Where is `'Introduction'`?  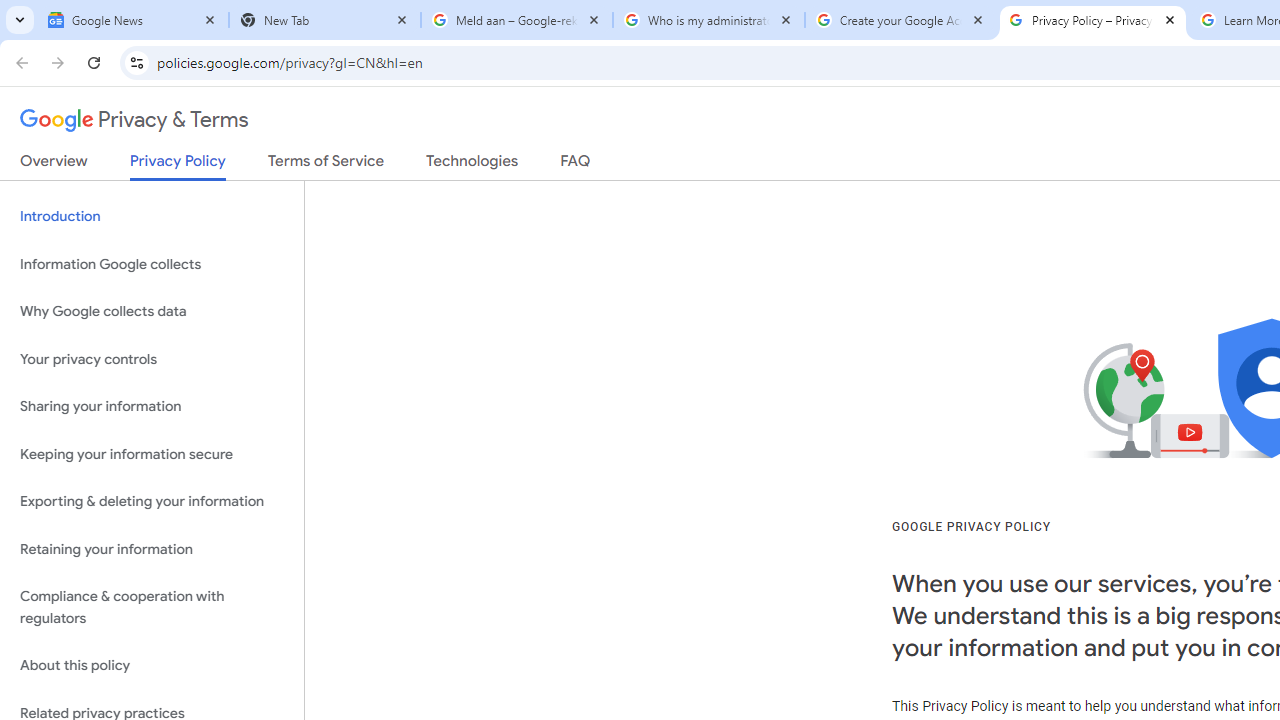 'Introduction' is located at coordinates (151, 217).